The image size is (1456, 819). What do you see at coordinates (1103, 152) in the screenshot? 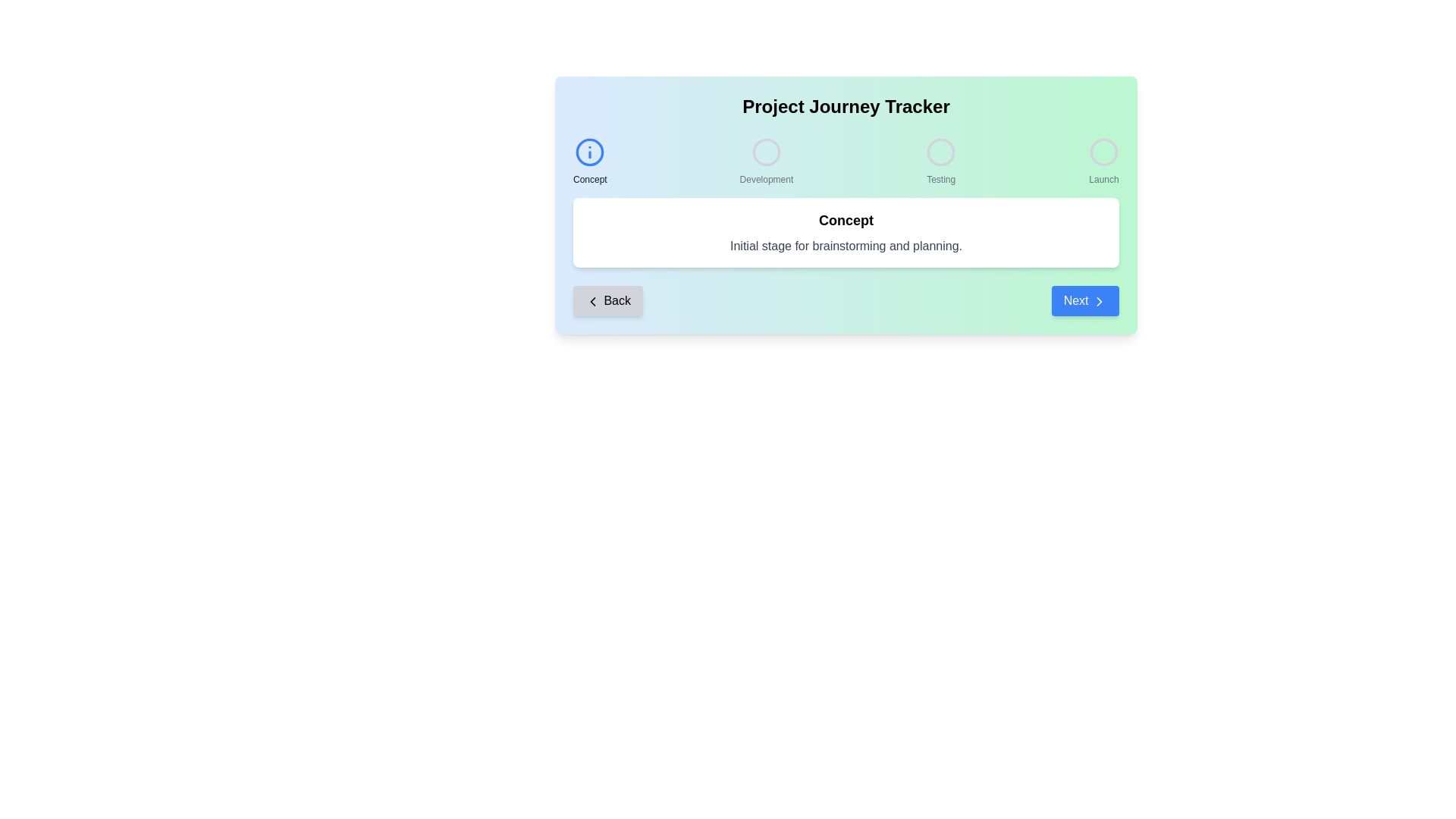
I see `the SVG Circle Element representing the 'Launch' stage in the progress tracker interface` at bounding box center [1103, 152].